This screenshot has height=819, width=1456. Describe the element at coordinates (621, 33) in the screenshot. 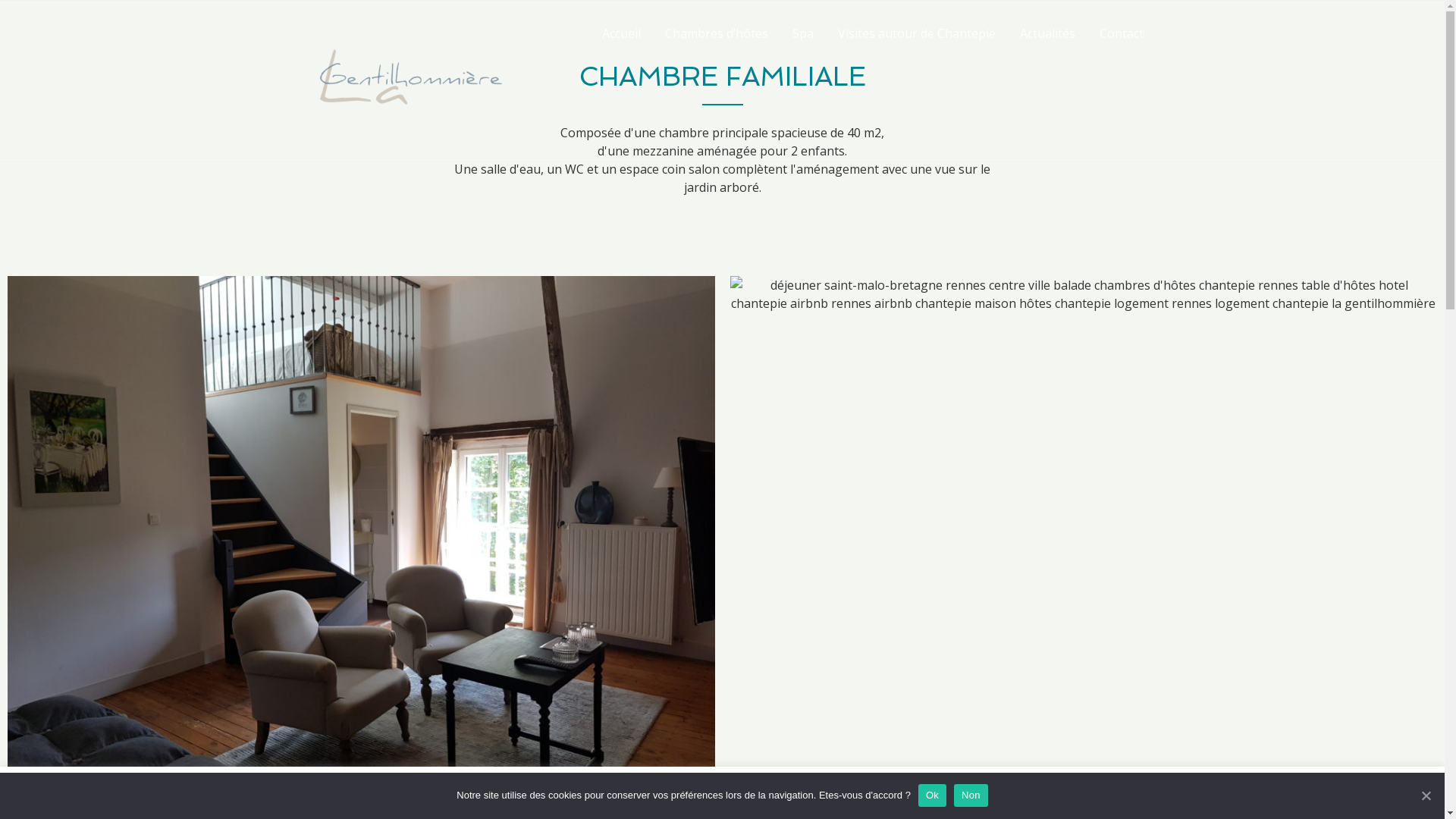

I see `'Accueil'` at that location.